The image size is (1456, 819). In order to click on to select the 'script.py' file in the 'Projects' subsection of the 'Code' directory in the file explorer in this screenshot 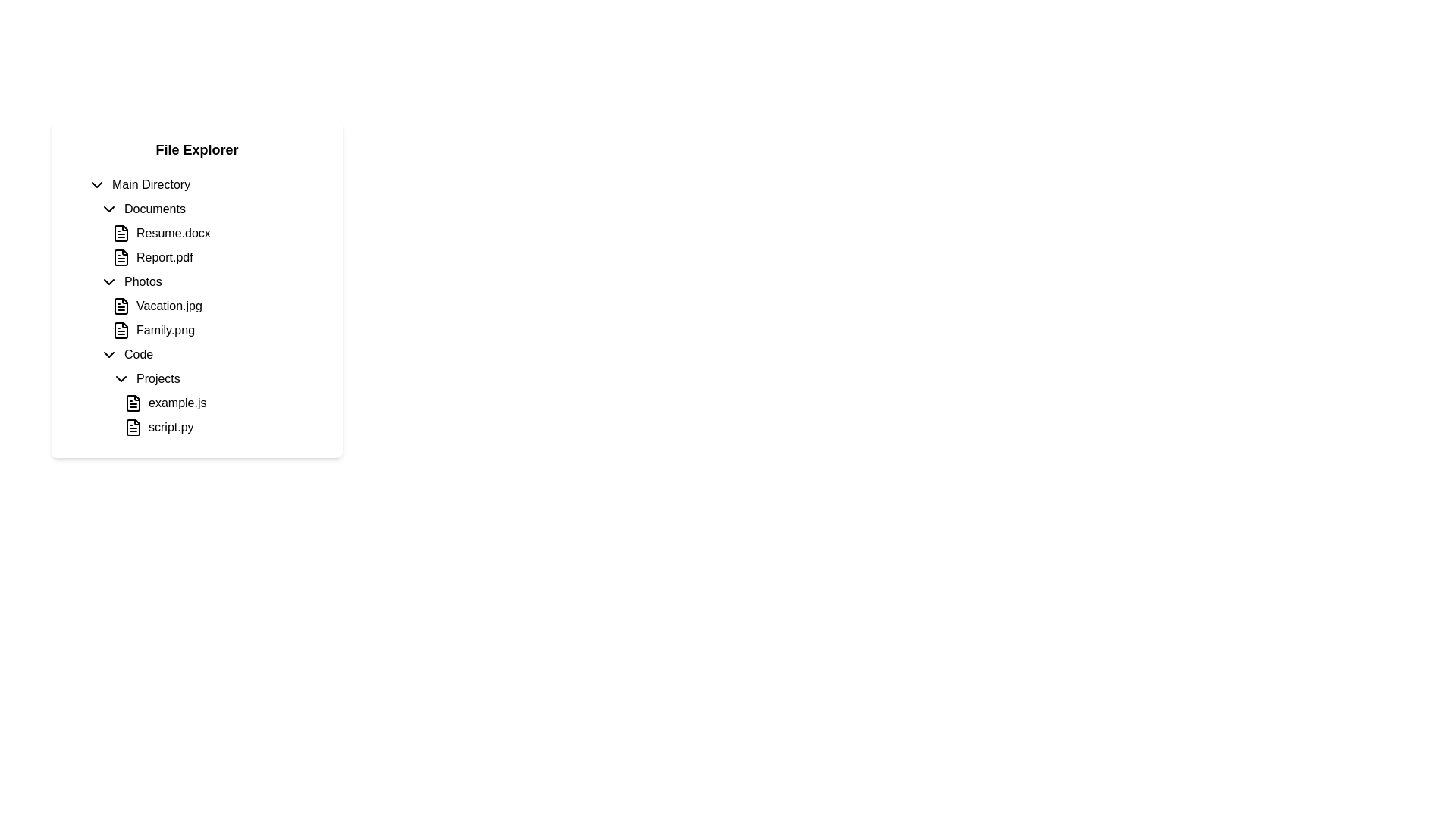, I will do `click(221, 427)`.